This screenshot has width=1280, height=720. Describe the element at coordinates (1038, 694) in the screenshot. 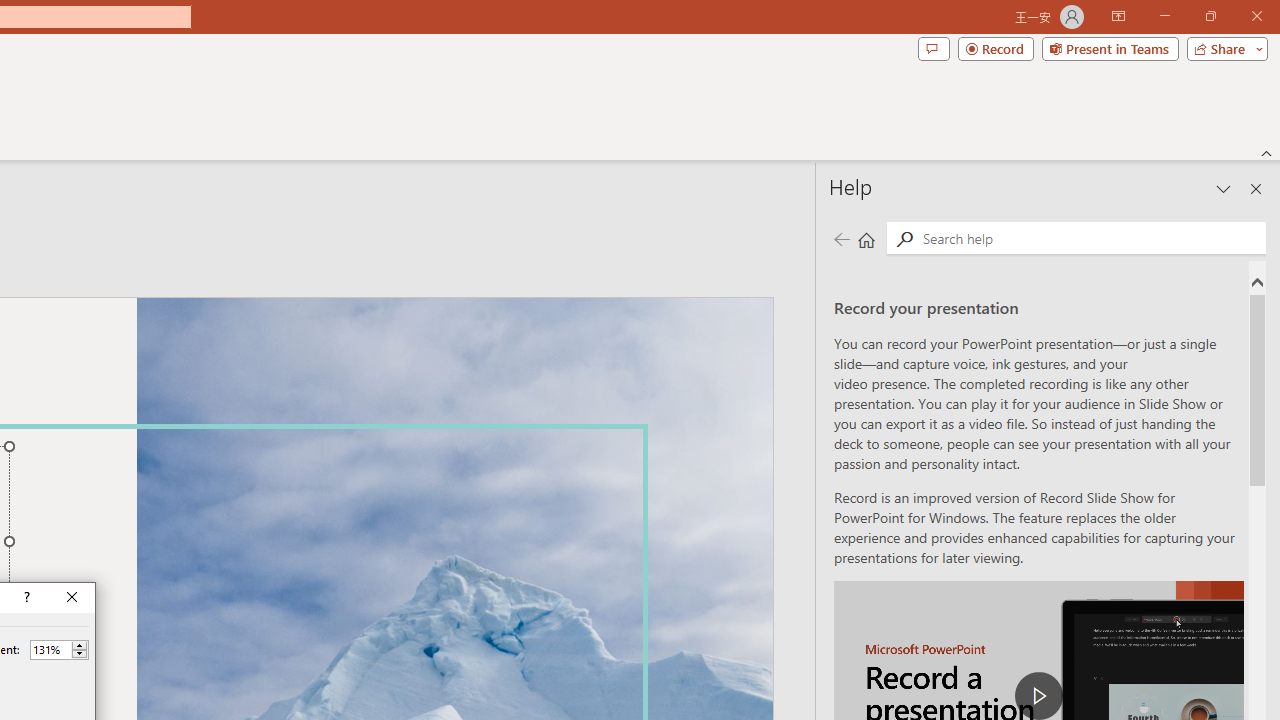

I see `'play Record a Presentation'` at that location.